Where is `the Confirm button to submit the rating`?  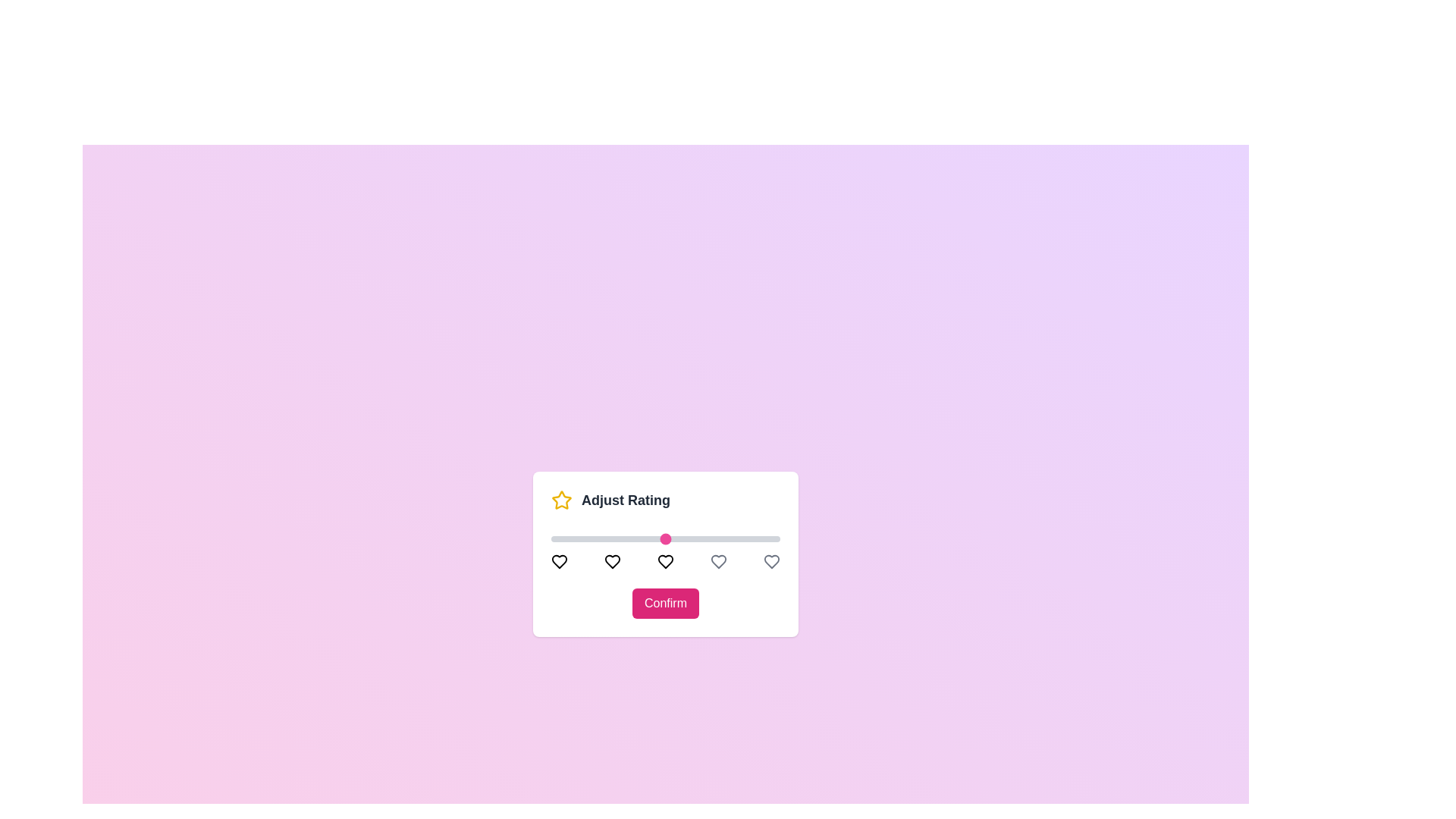
the Confirm button to submit the rating is located at coordinates (666, 602).